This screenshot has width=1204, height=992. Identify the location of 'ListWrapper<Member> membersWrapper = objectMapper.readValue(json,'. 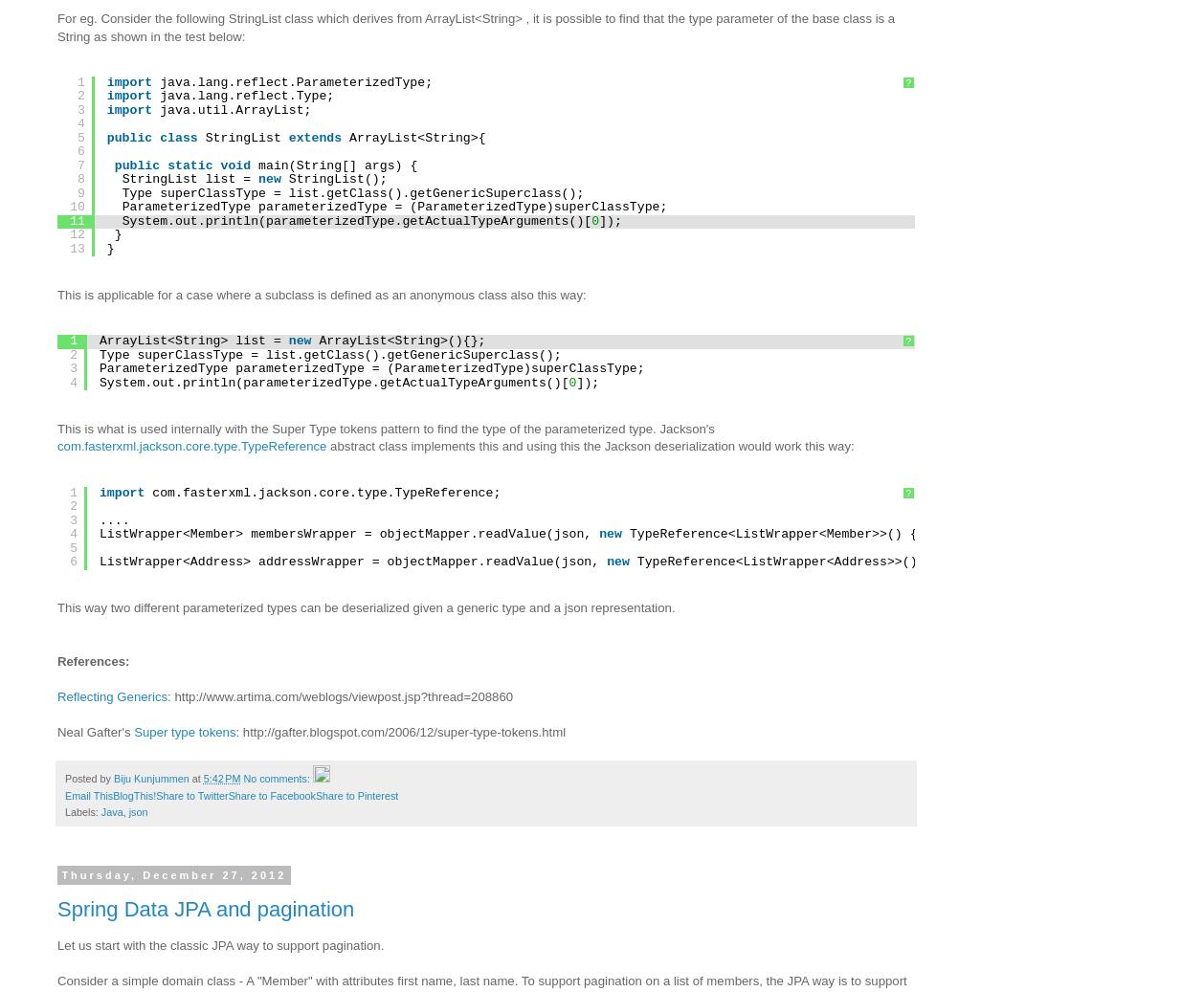
(347, 534).